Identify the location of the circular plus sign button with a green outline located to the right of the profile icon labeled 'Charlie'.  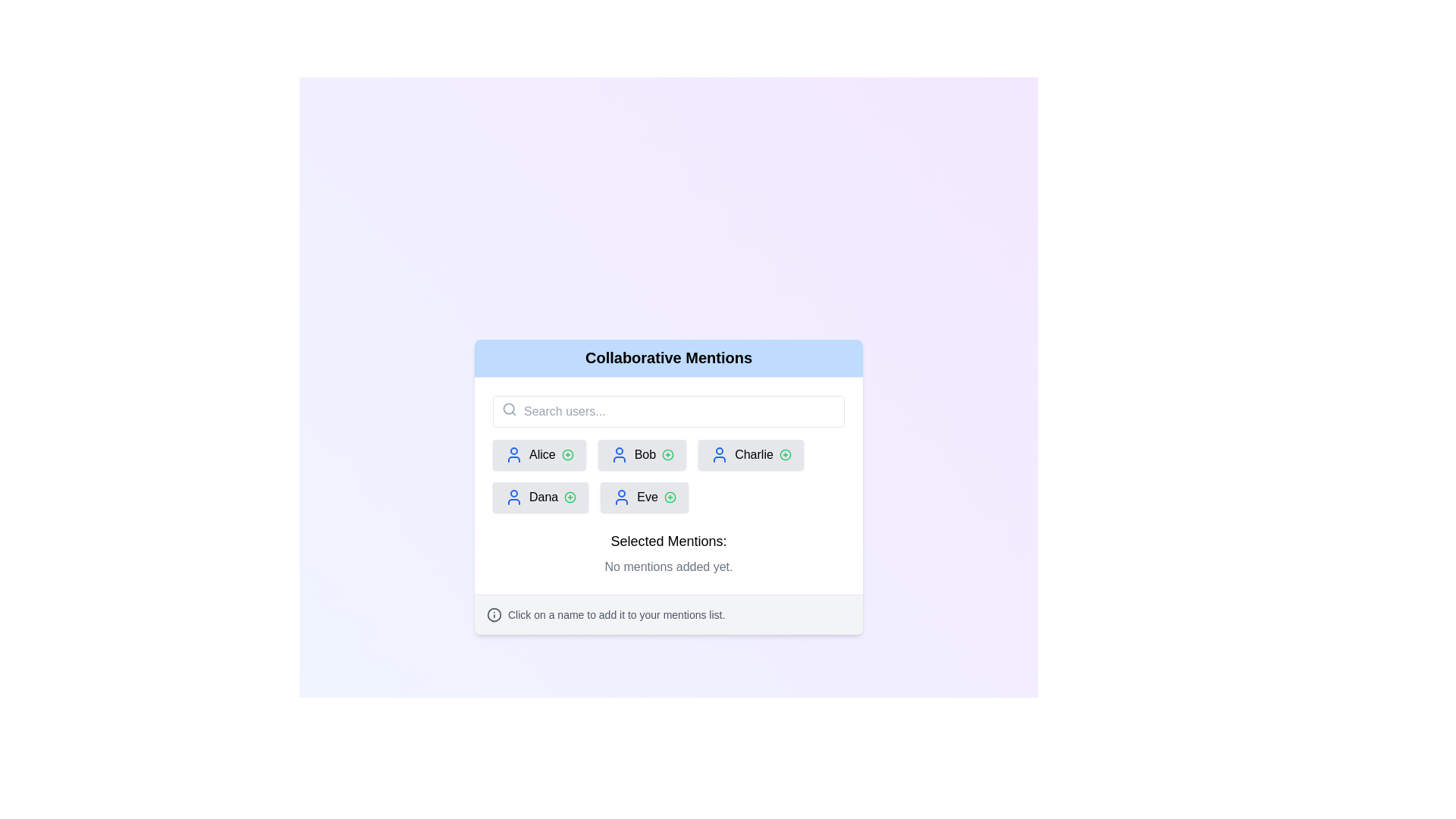
(785, 453).